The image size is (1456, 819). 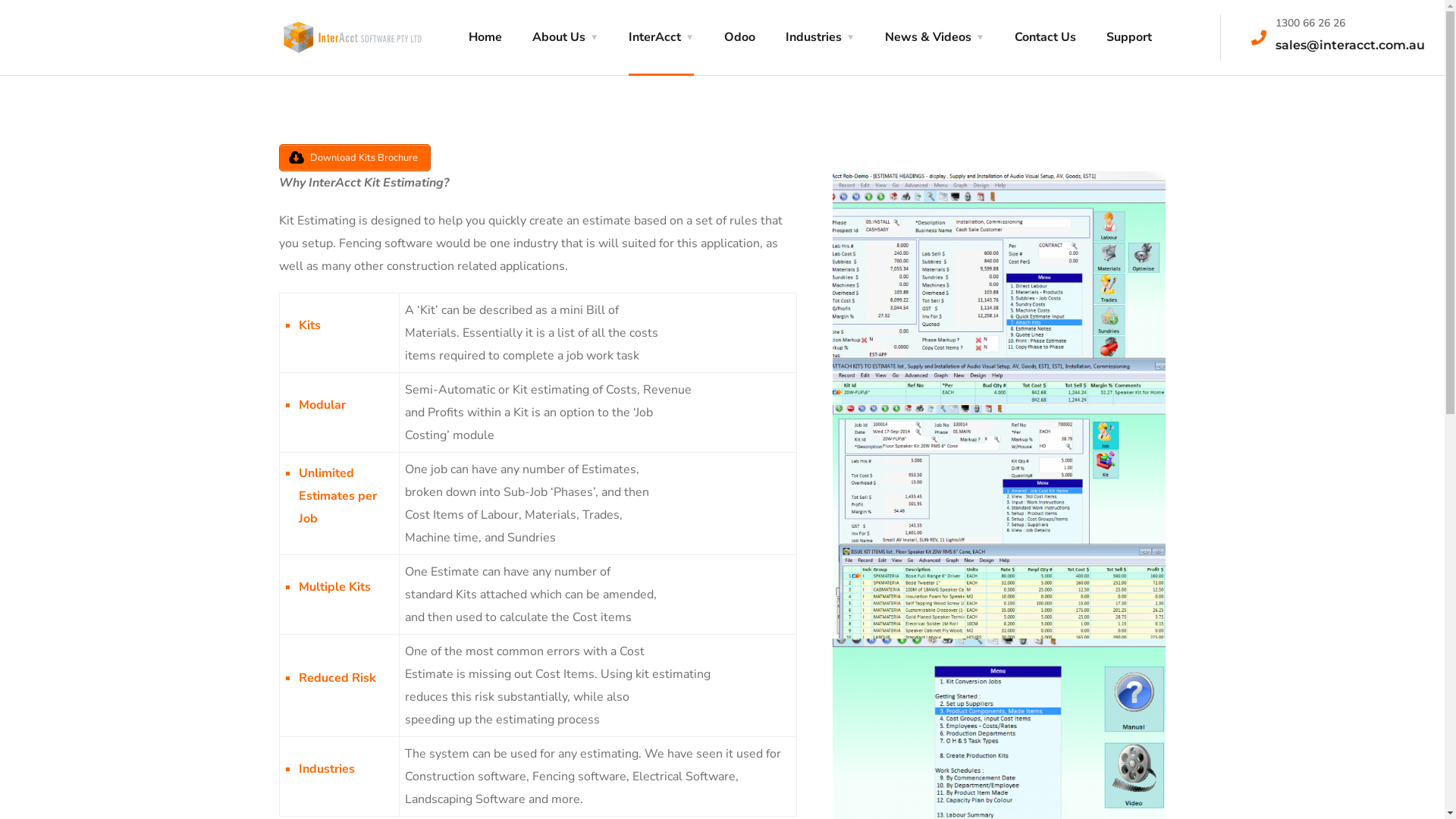 I want to click on 'sales@interacct.com.au', so click(x=1350, y=44).